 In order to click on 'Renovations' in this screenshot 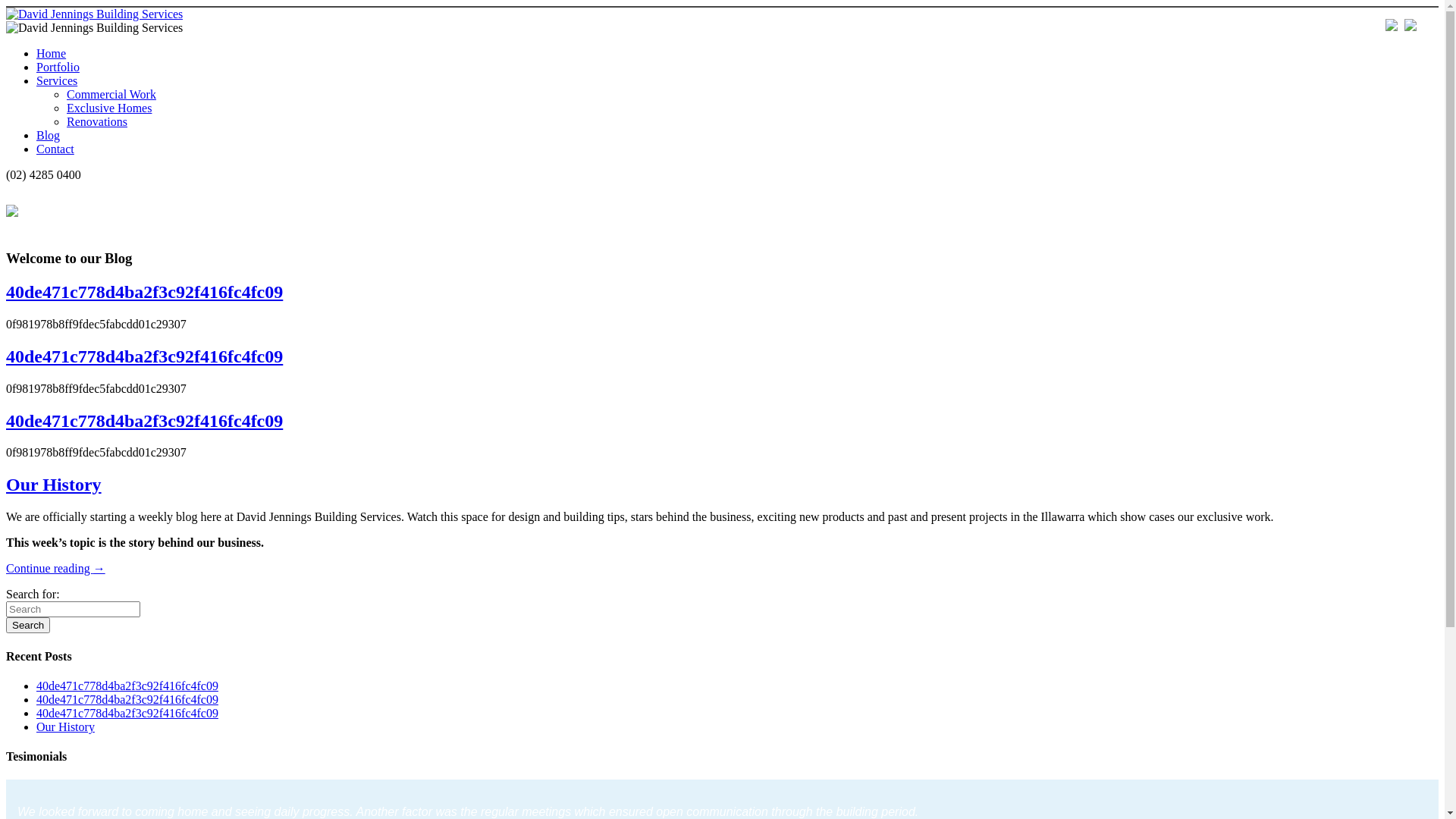, I will do `click(96, 121)`.